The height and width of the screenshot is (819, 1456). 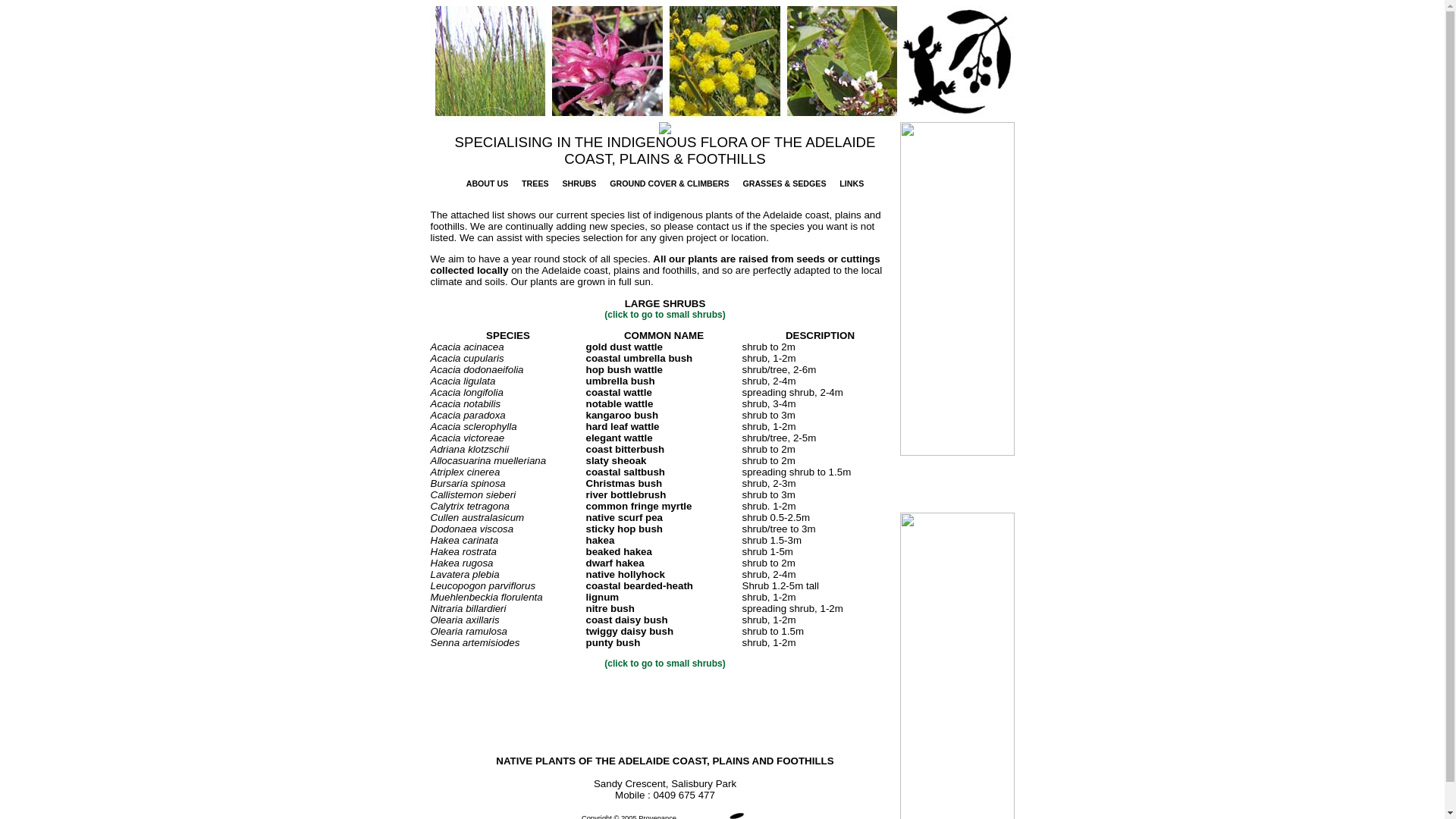 I want to click on 'TREES', so click(x=535, y=183).